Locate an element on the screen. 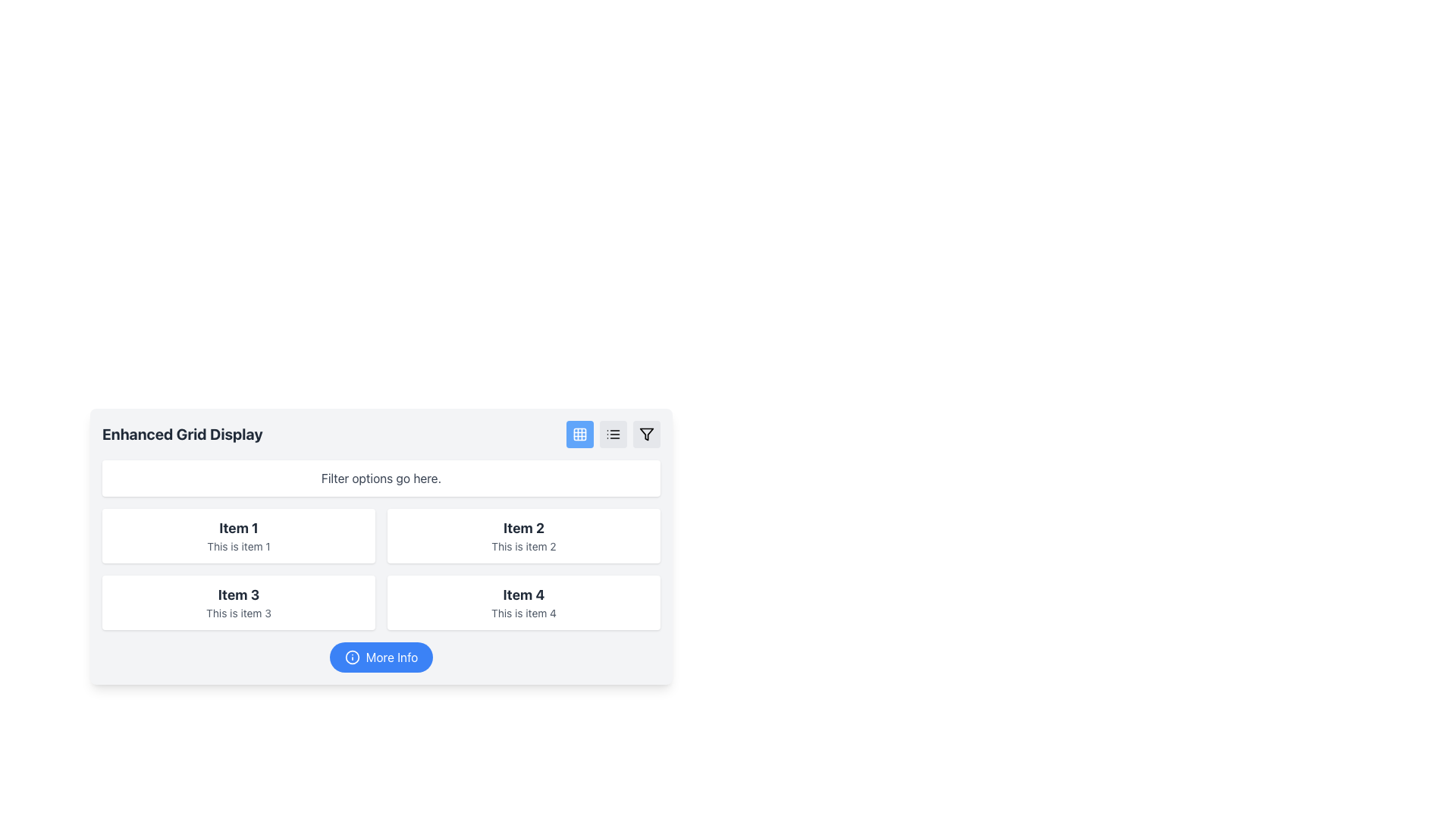 This screenshot has height=819, width=1456. the filter button located at the far right of a row of three buttons, featuring a funnel icon on a light gray background with rounded corners is located at coordinates (647, 435).